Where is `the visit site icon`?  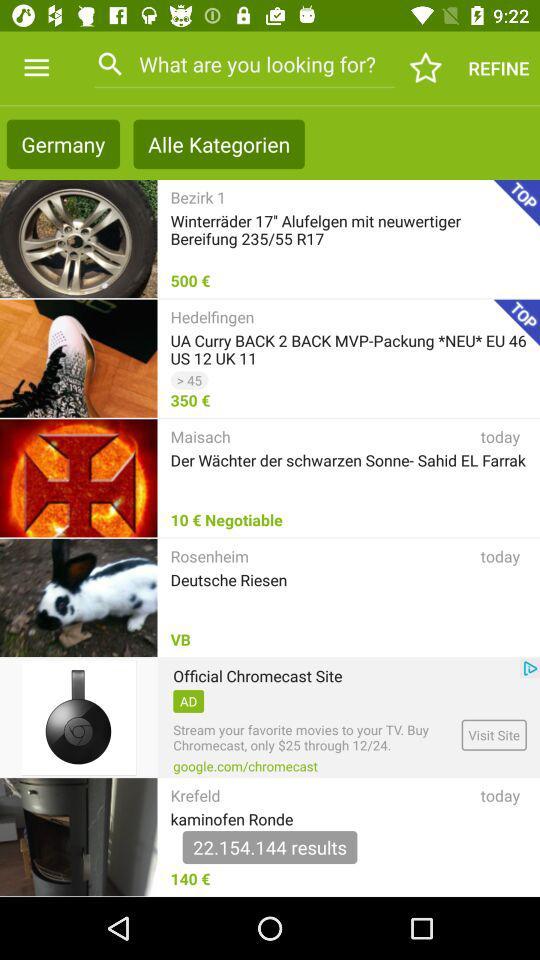 the visit site icon is located at coordinates (493, 734).